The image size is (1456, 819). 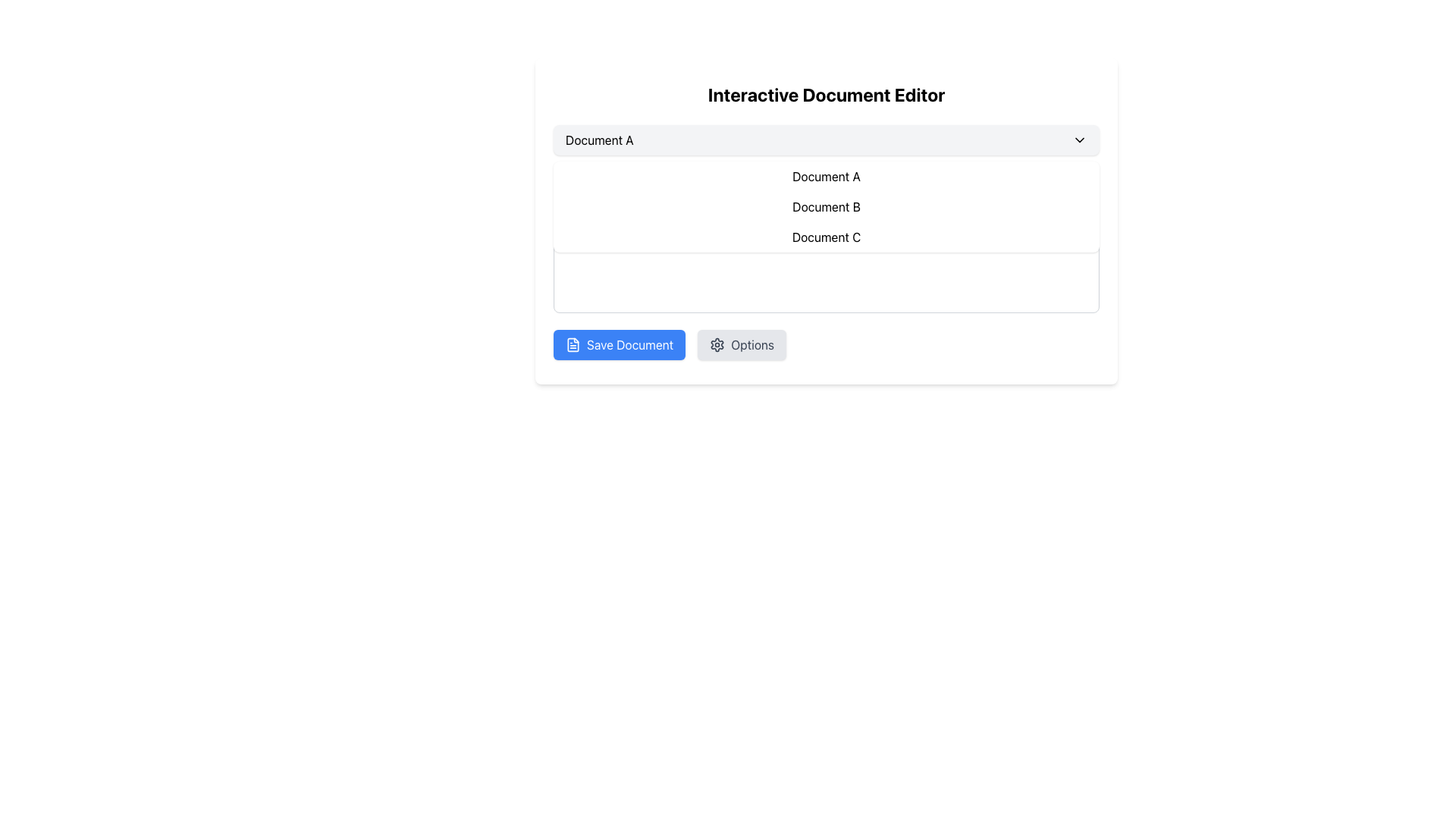 What do you see at coordinates (825, 207) in the screenshot?
I see `to select the second option in the dropdown menu, which corresponds to 'Document B'` at bounding box center [825, 207].